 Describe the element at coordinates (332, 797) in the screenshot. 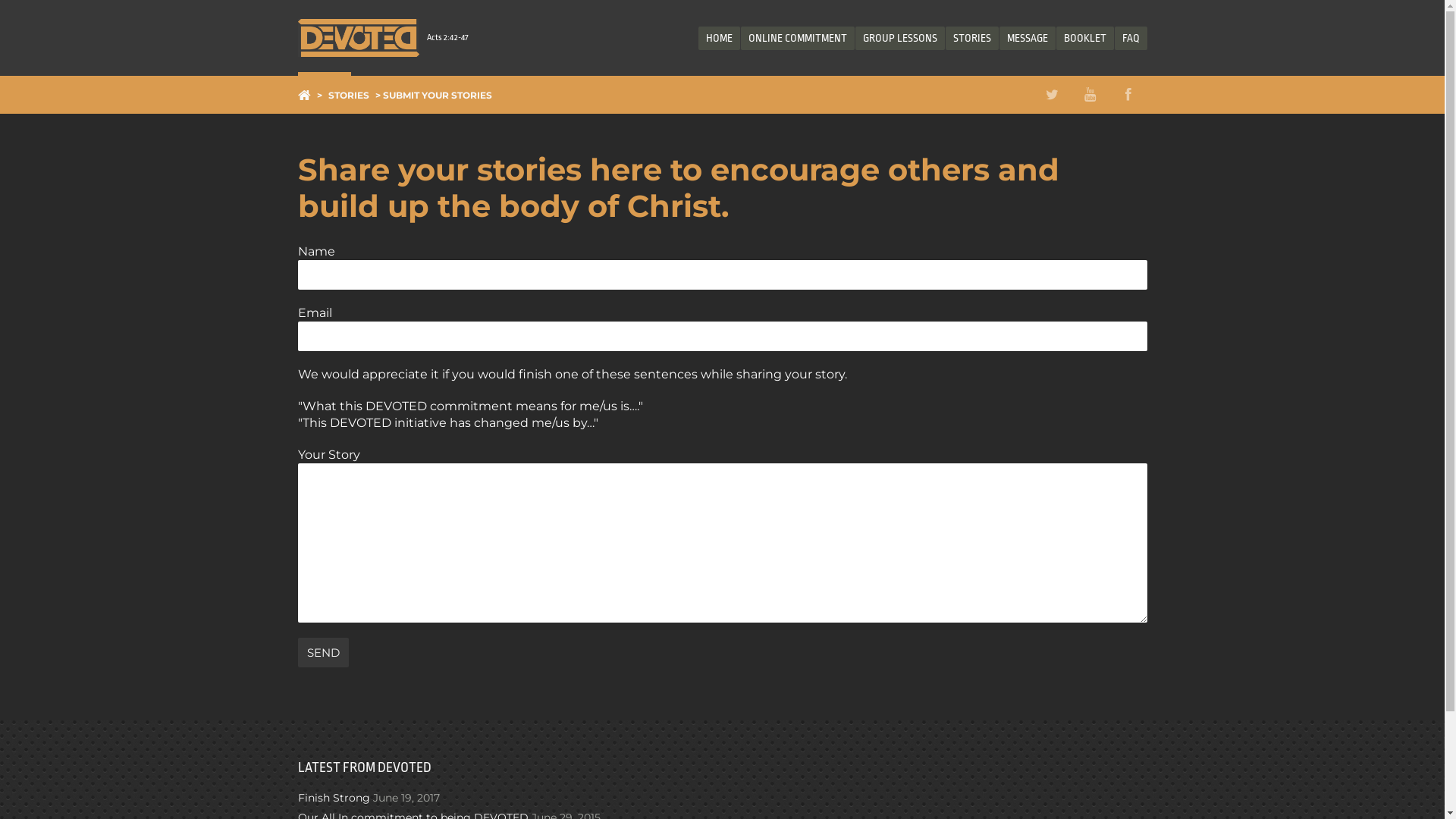

I see `'Finish Strong'` at that location.